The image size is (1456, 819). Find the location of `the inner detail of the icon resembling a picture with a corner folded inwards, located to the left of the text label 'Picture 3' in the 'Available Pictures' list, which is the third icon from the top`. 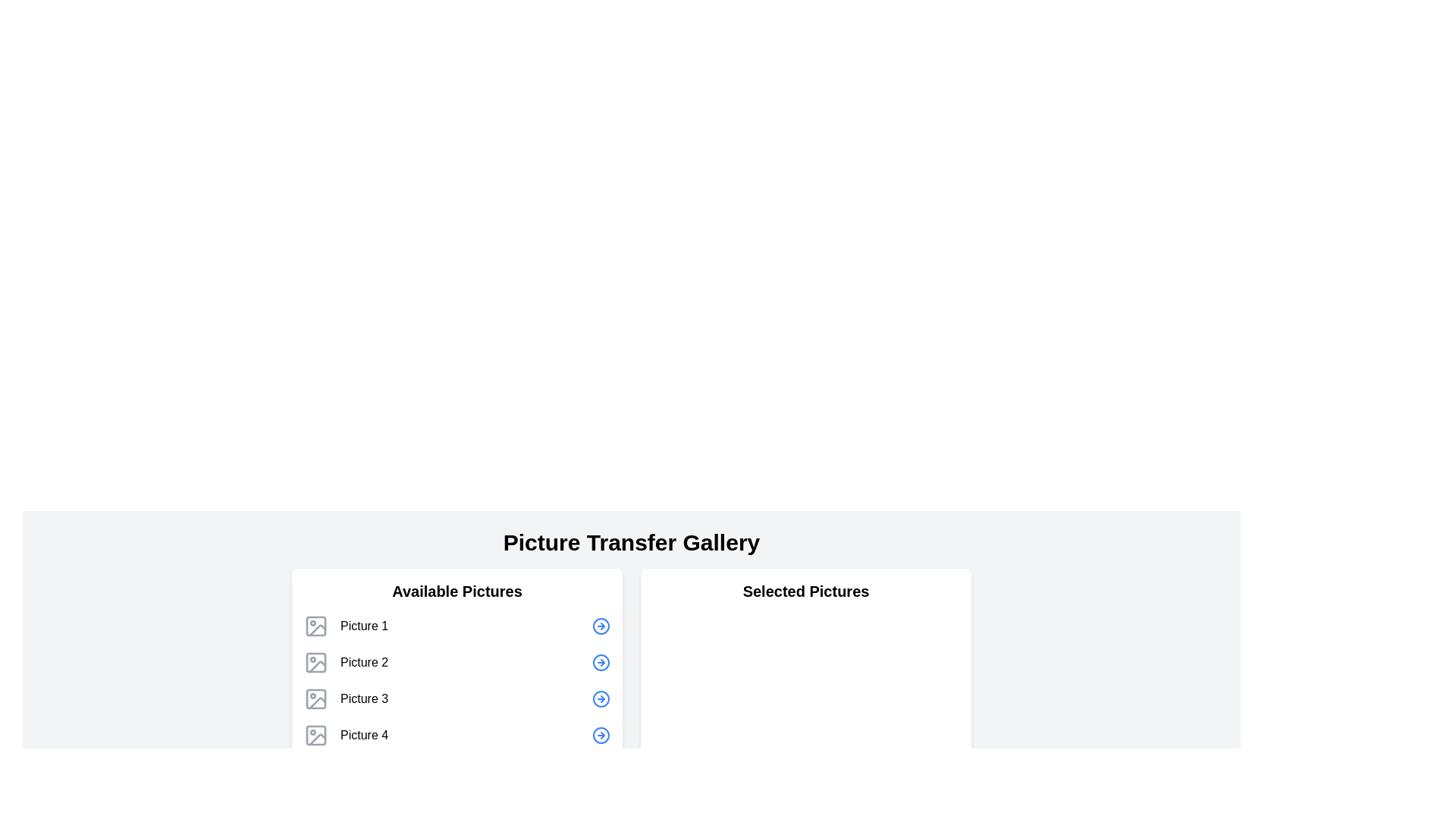

the inner detail of the icon resembling a picture with a corner folded inwards, located to the left of the text label 'Picture 3' in the 'Available Pictures' list, which is the third icon from the top is located at coordinates (316, 702).